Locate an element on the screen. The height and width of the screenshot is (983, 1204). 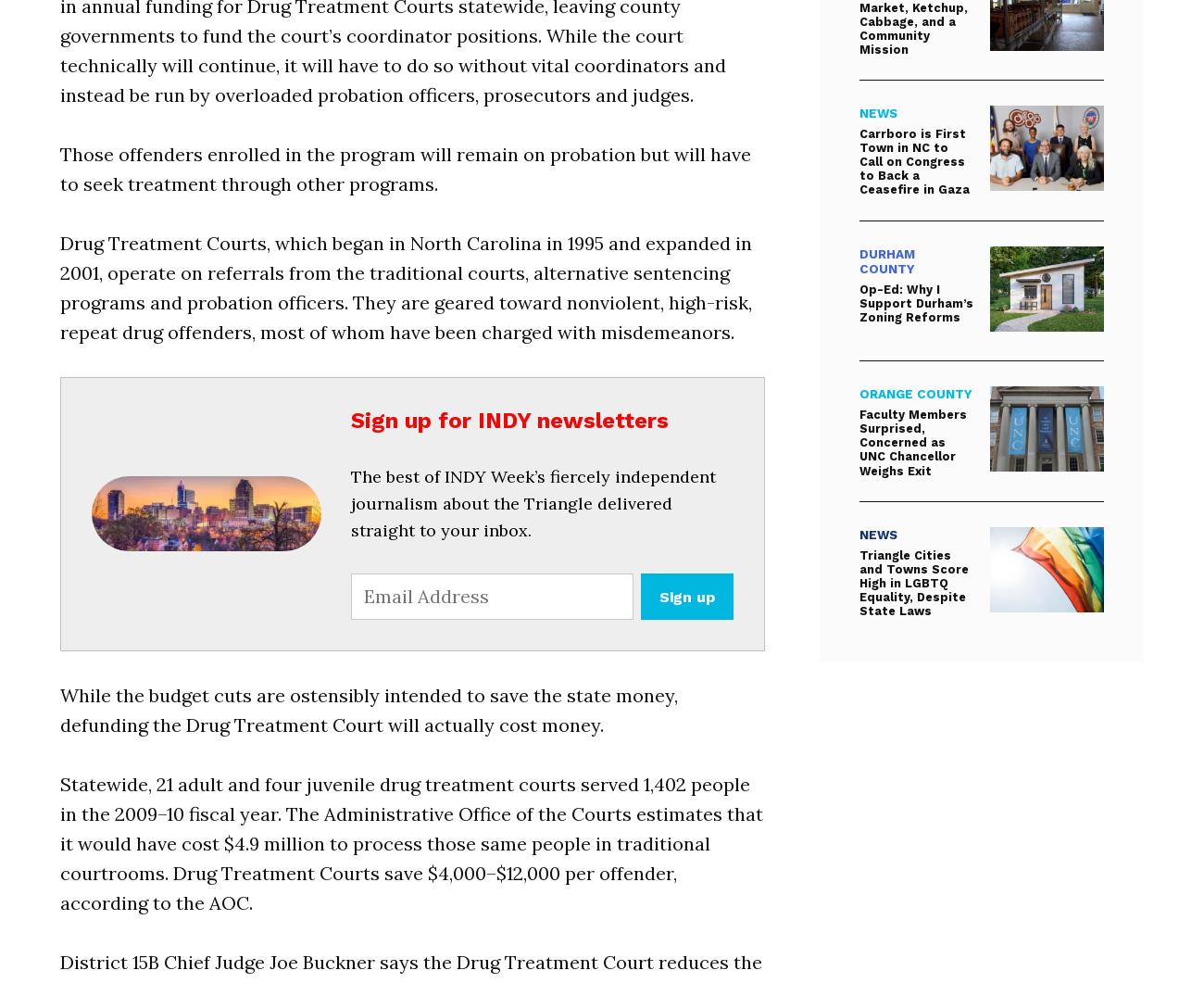
'Triangle Cities and Towns Score High in LGBTQ Equality, Despite State Laws' is located at coordinates (912, 581).